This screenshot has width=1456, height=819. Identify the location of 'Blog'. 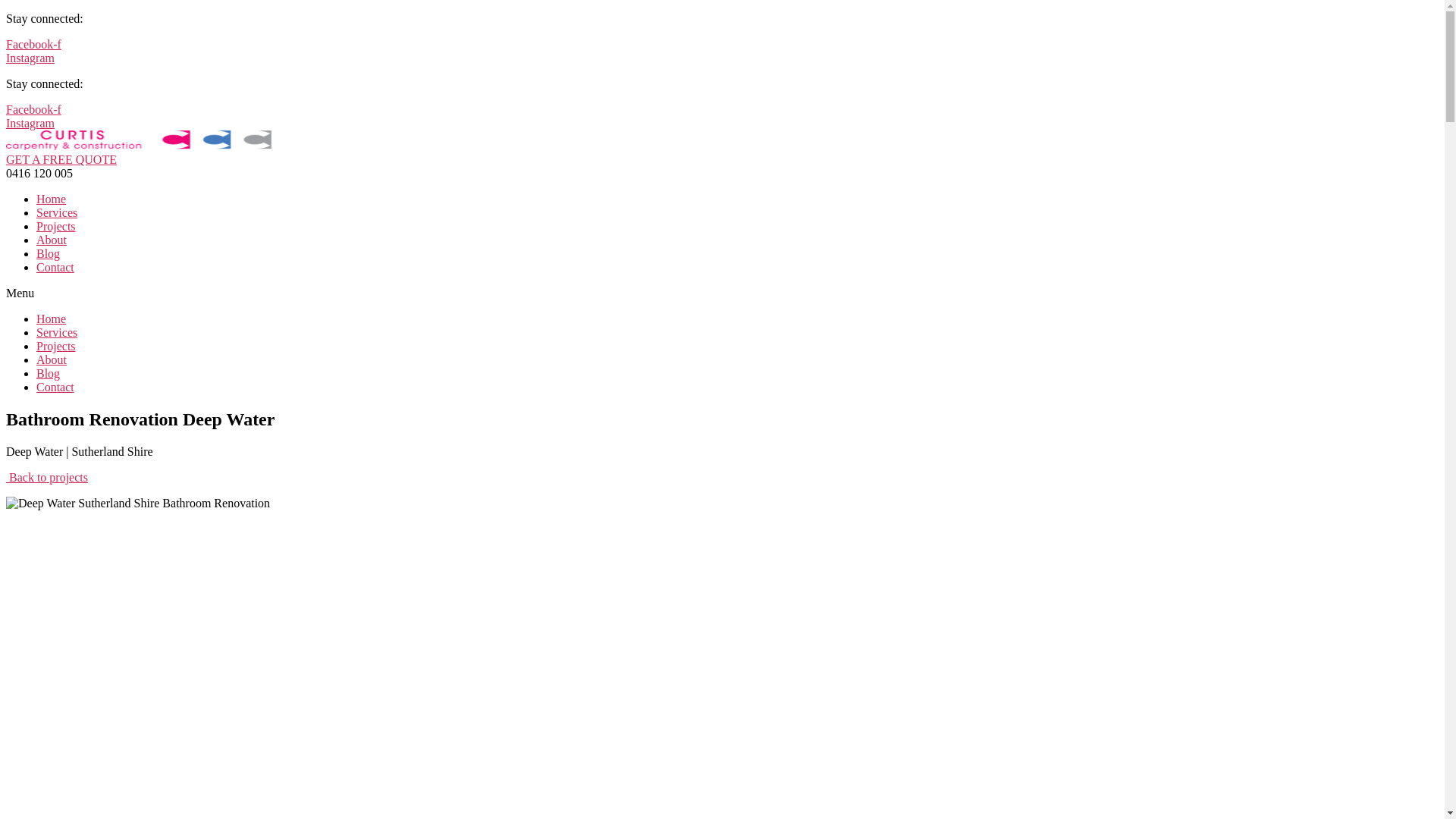
(48, 253).